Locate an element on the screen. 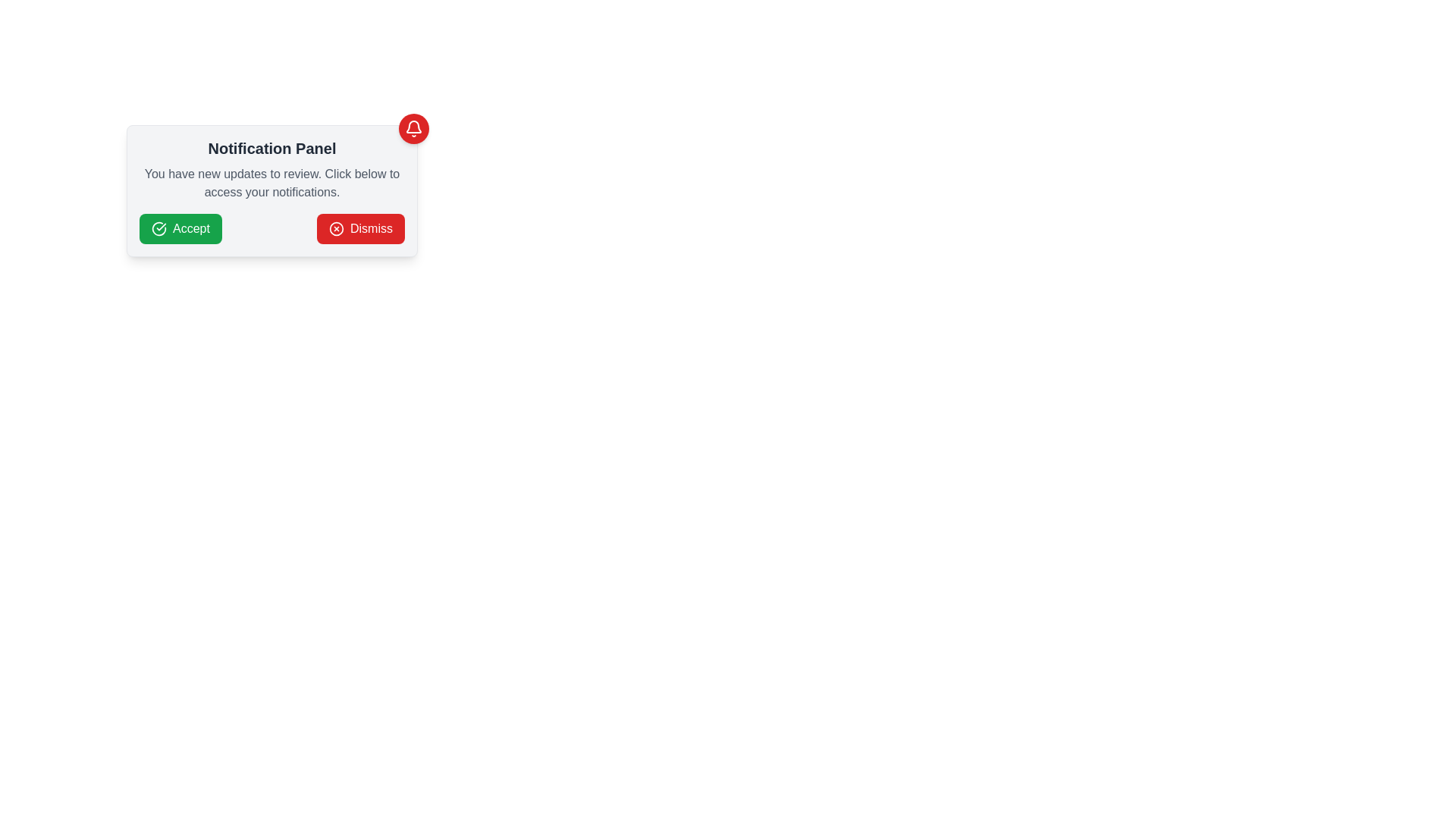 Image resolution: width=1456 pixels, height=819 pixels. the notification icon located in the top-right corner of the notification panel, which is represented by a red circular badge is located at coordinates (414, 127).